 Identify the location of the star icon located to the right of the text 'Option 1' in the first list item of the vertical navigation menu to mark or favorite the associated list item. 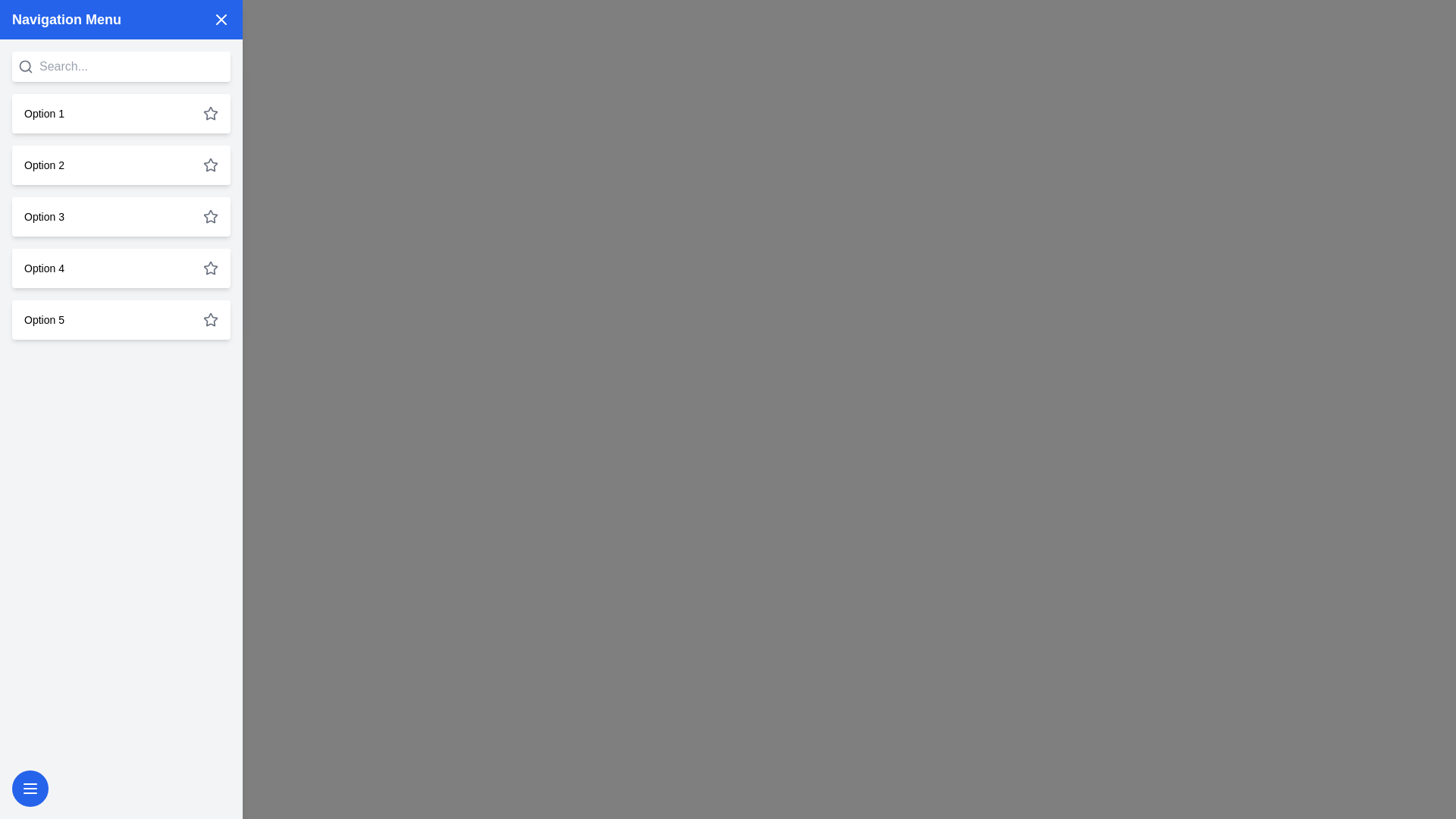
(210, 113).